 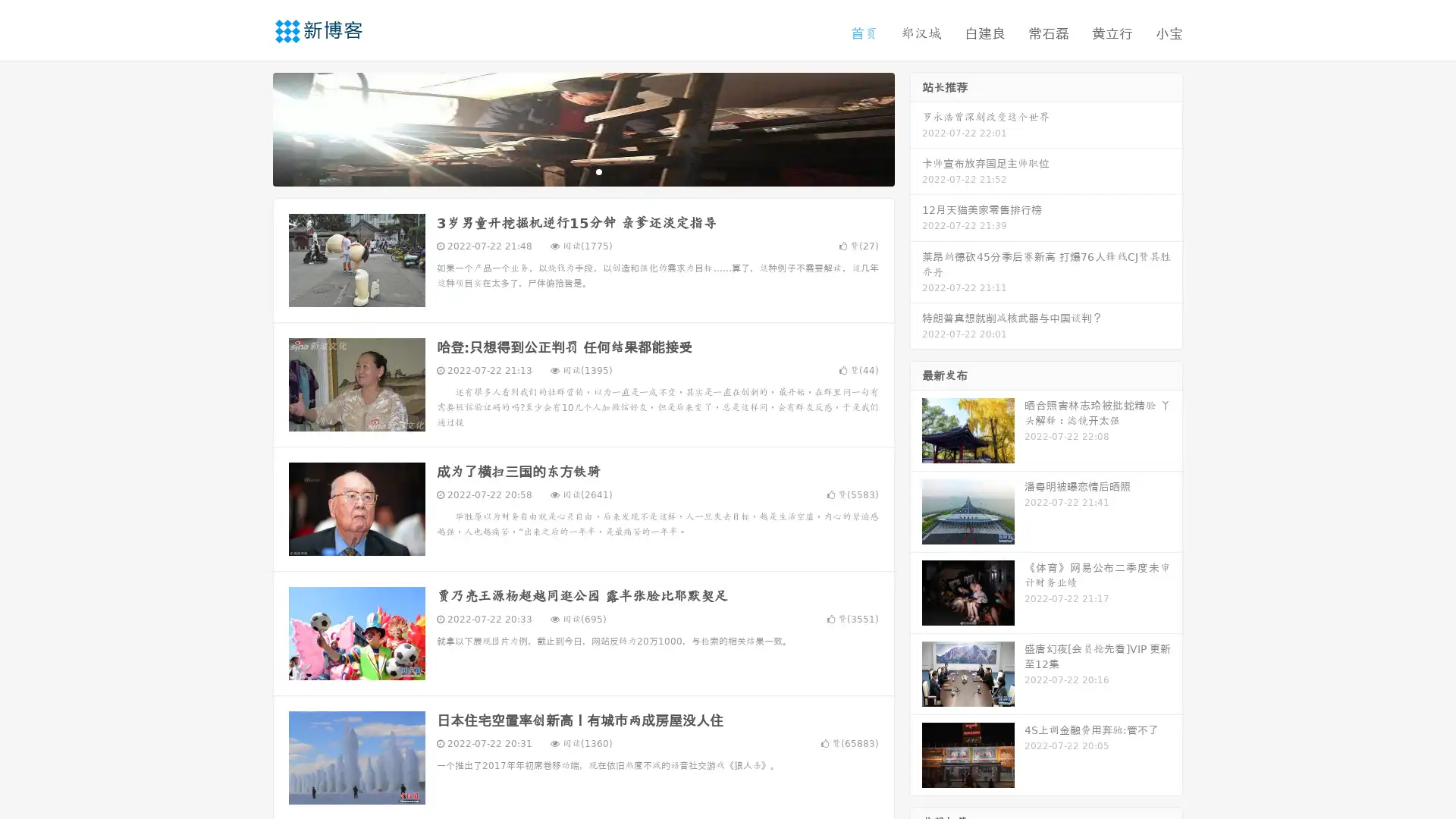 I want to click on Next slide, so click(x=916, y=127).